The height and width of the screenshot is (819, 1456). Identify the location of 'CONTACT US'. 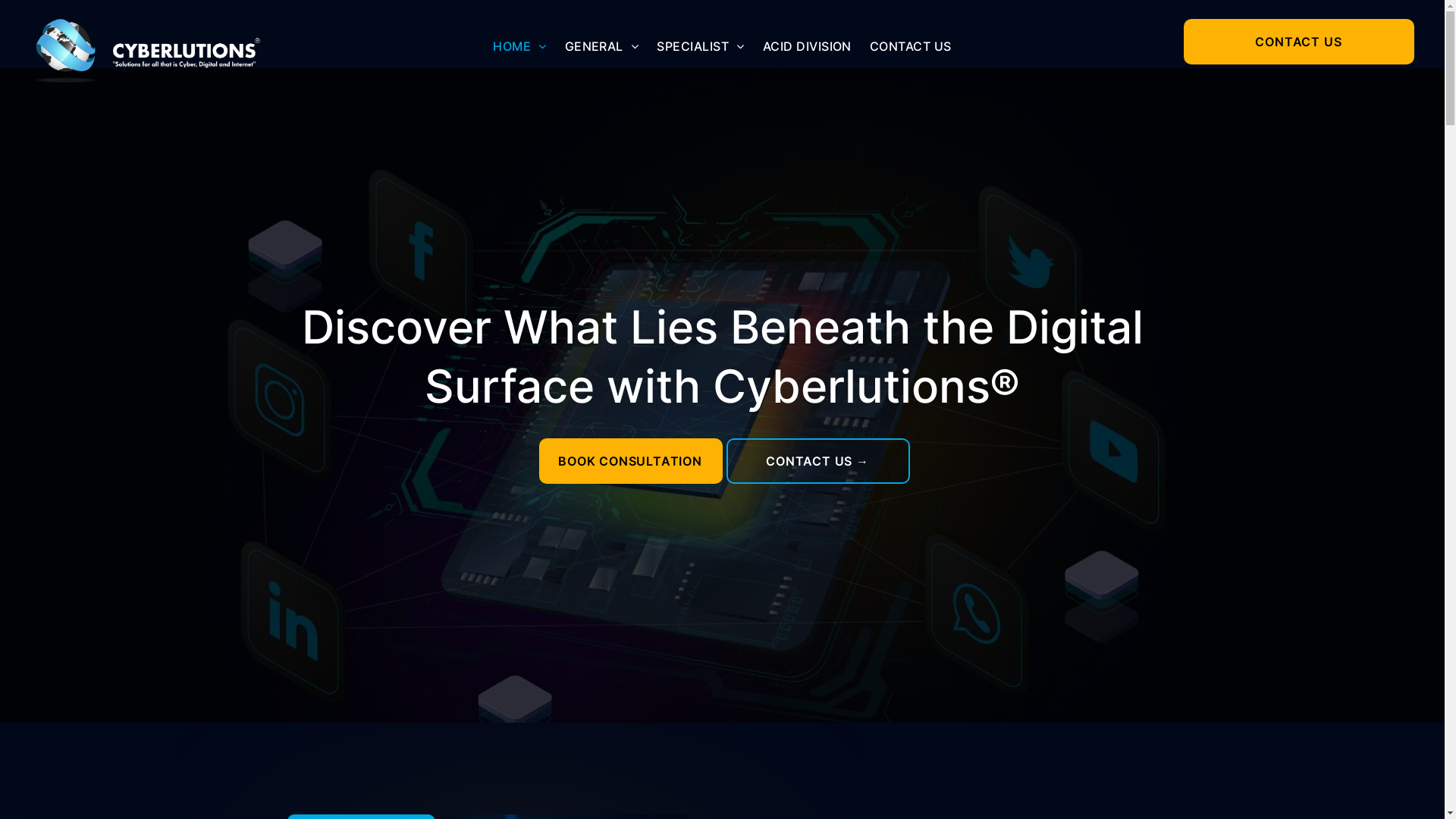
(910, 45).